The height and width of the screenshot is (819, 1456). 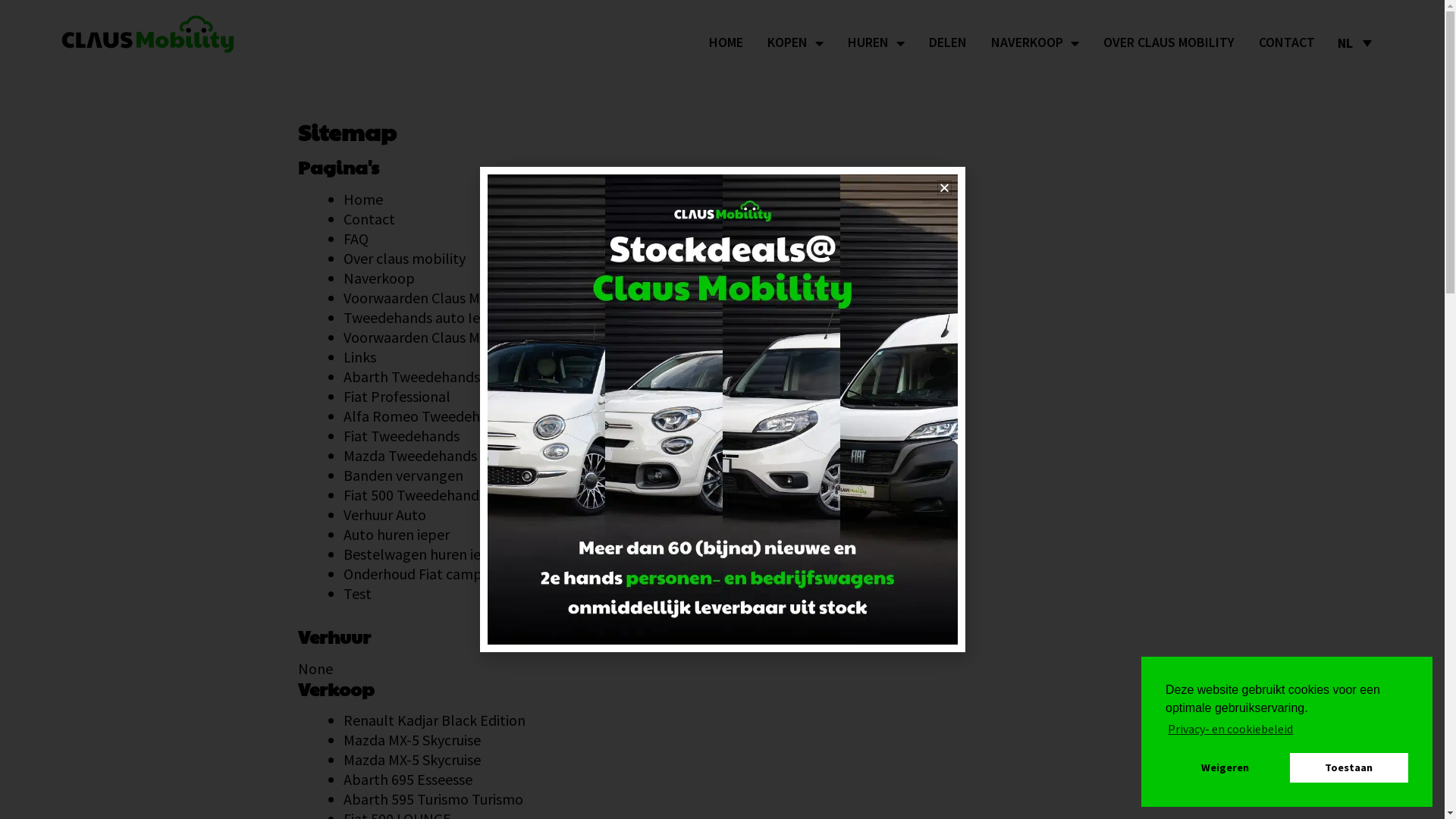 What do you see at coordinates (1034, 42) in the screenshot?
I see `'NAVERKOOP'` at bounding box center [1034, 42].